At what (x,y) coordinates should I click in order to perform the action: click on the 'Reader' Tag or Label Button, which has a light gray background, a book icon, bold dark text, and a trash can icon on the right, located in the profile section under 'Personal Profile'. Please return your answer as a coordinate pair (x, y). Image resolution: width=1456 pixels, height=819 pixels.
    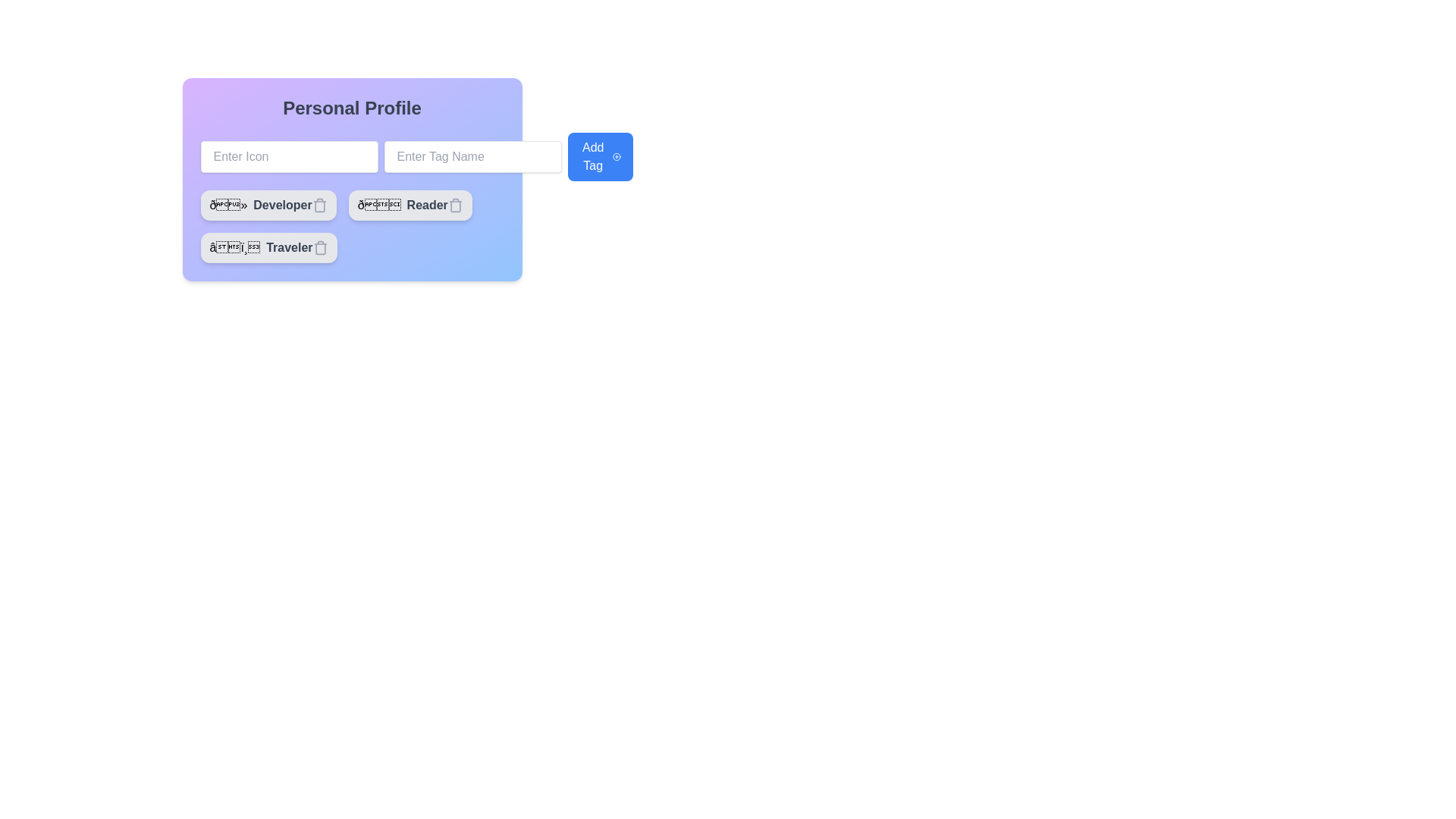
    Looking at the image, I should click on (410, 205).